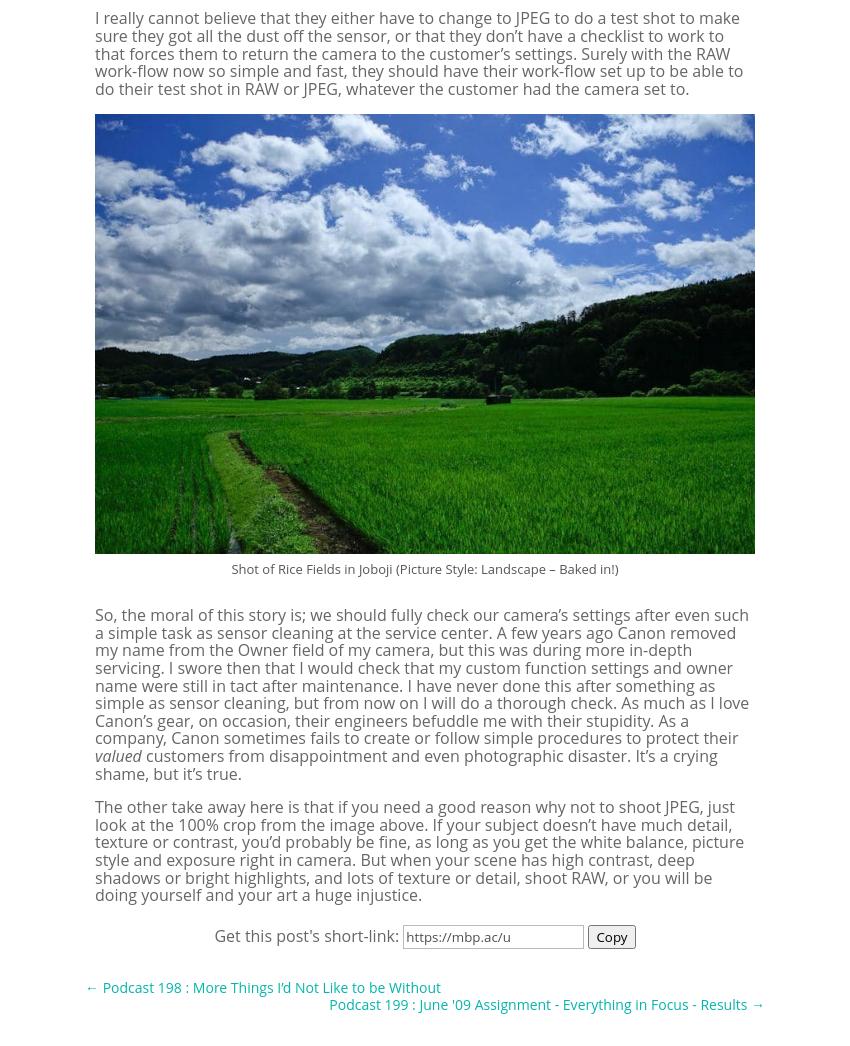  I want to click on 'Shot of Rice Fields in Joboji (Picture Style: Landscape – Baked in!)', so click(231, 566).